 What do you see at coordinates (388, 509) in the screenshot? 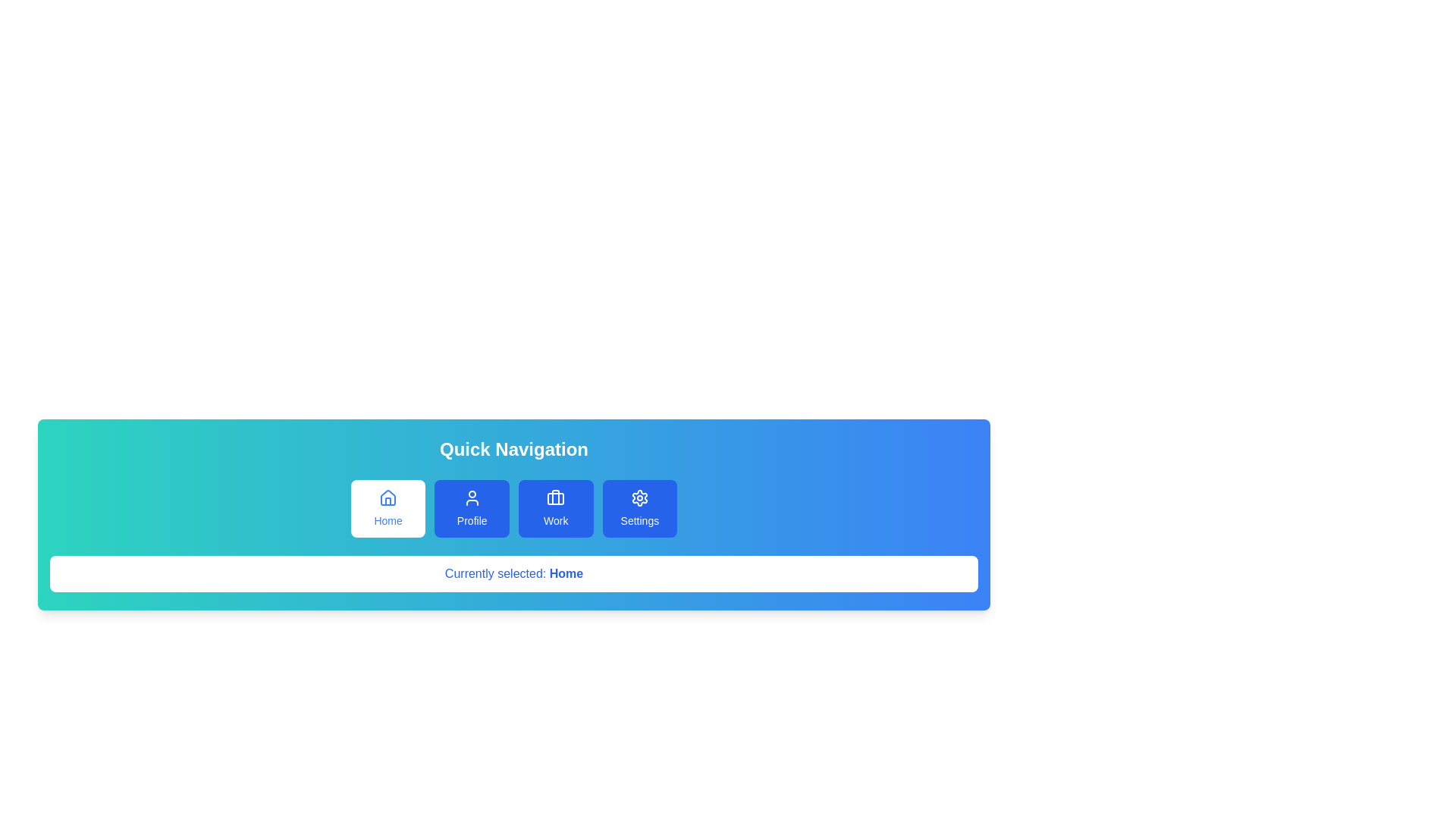
I see `the Home tab` at bounding box center [388, 509].